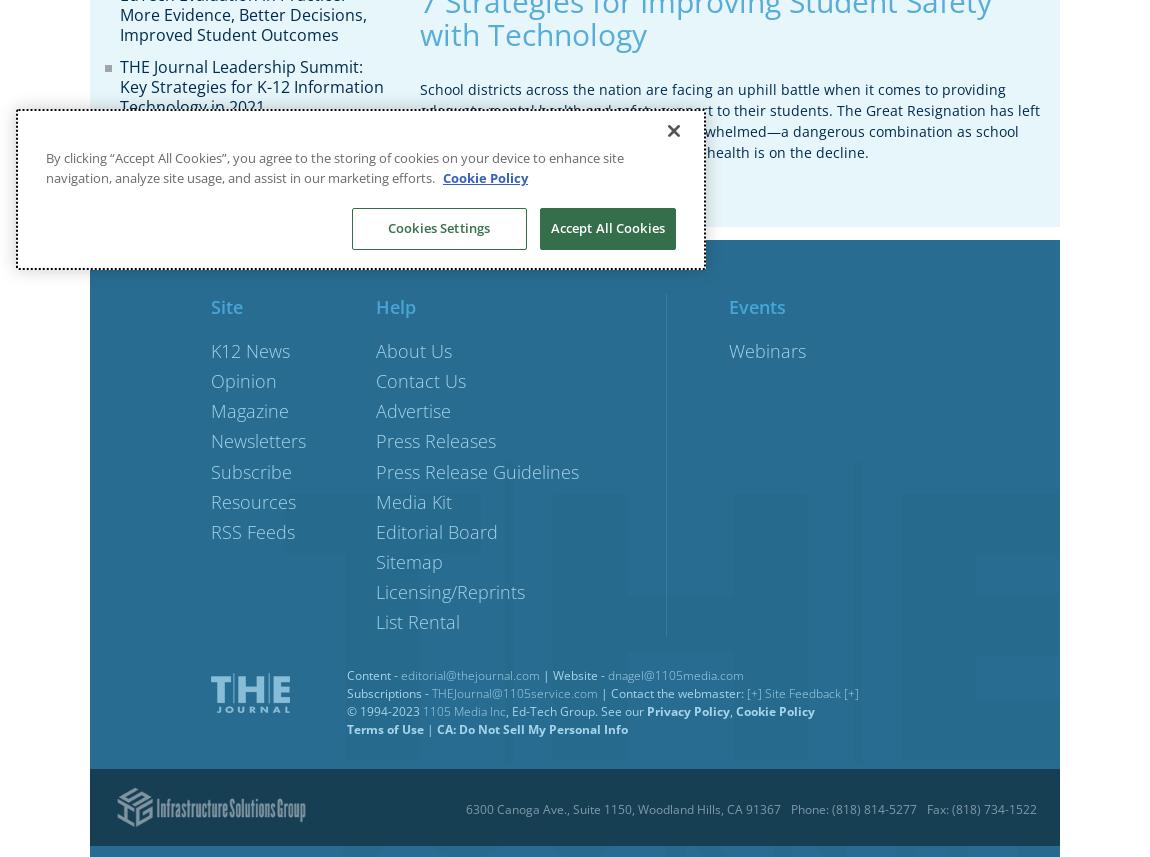 This screenshot has height=857, width=1150. Describe the element at coordinates (249, 411) in the screenshot. I see `'Magazine'` at that location.